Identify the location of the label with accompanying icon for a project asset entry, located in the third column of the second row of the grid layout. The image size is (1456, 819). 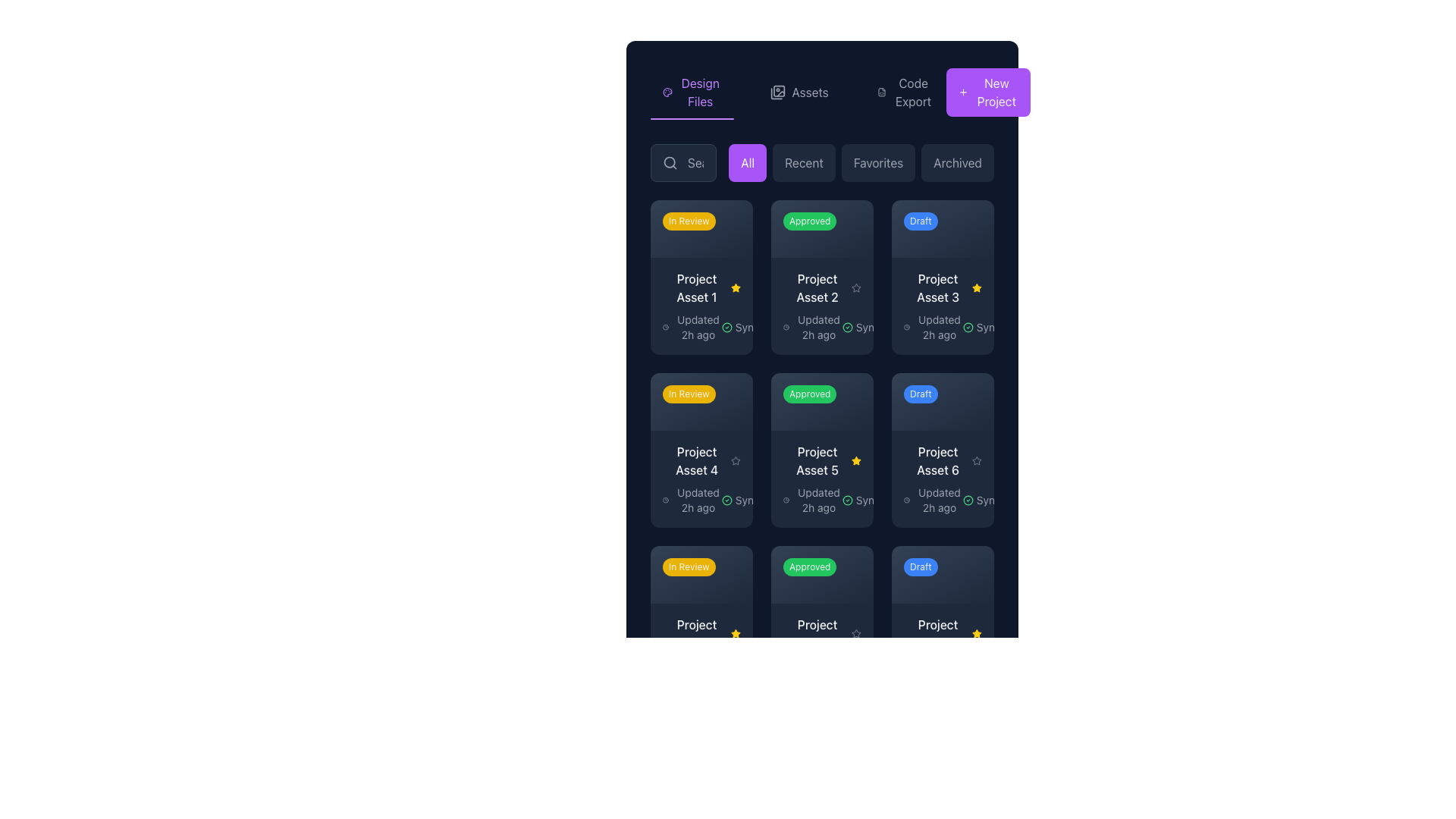
(942, 460).